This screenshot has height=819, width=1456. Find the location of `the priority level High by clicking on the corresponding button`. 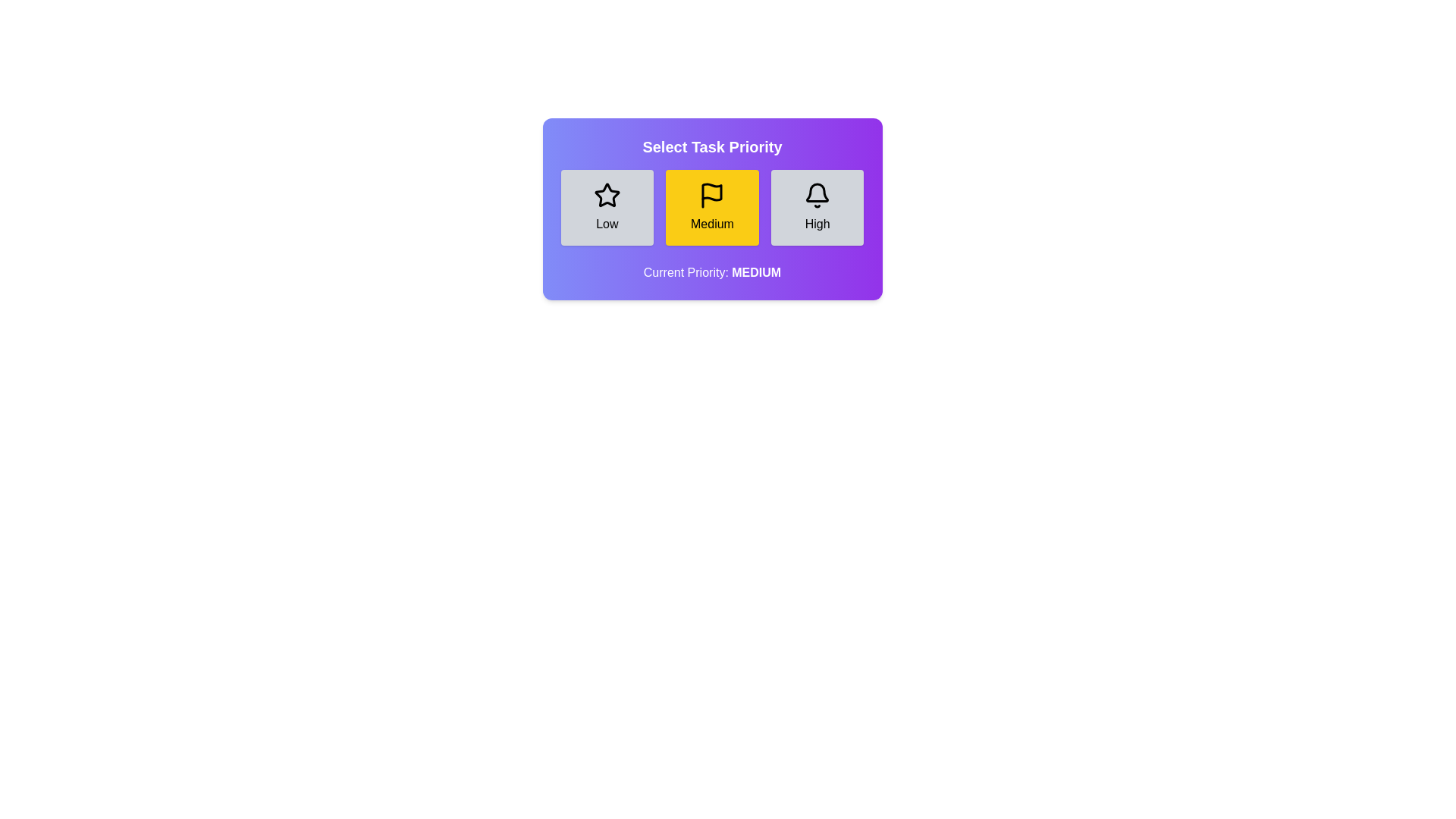

the priority level High by clicking on the corresponding button is located at coordinates (817, 207).